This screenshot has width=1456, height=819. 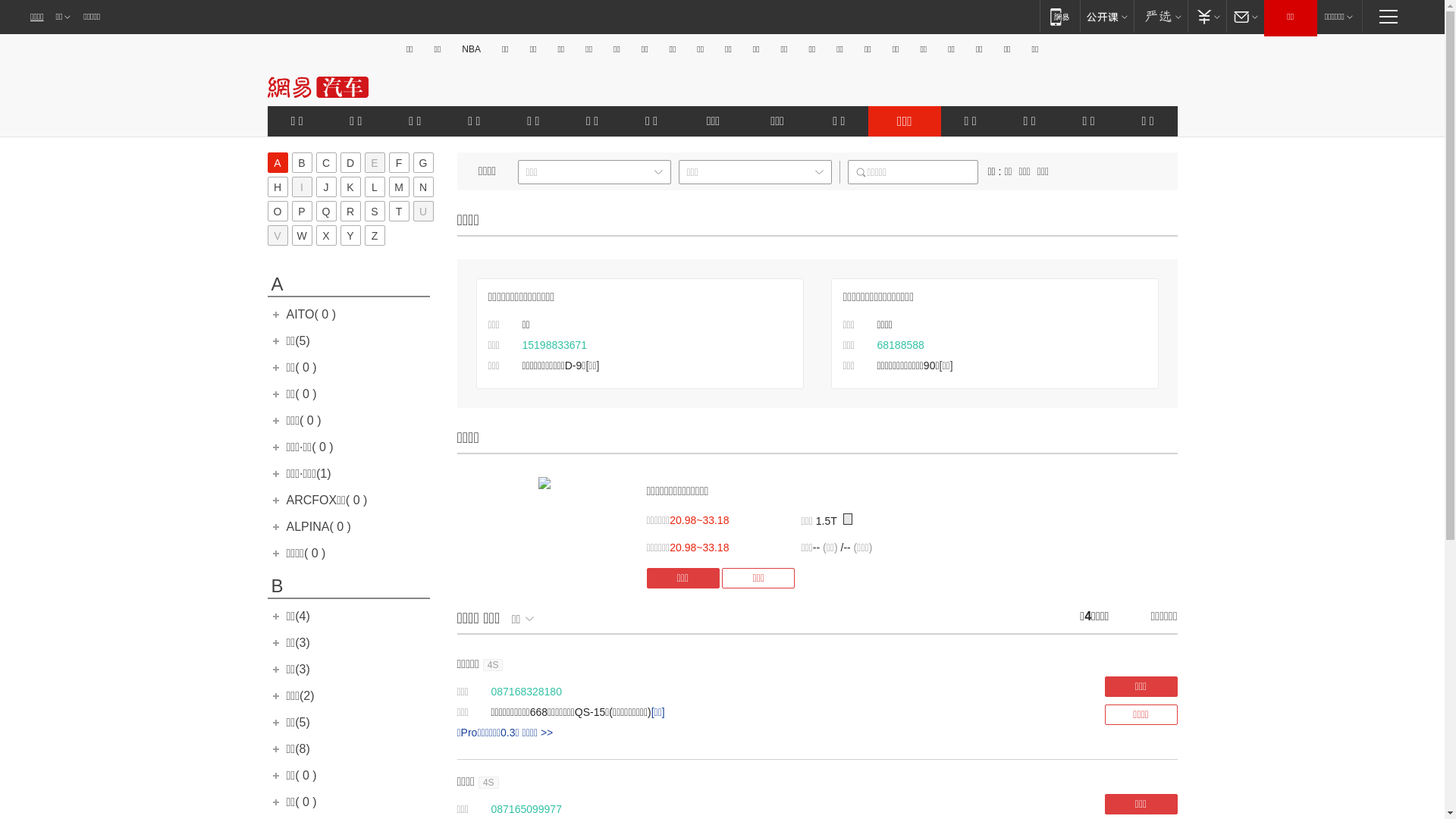 What do you see at coordinates (349, 211) in the screenshot?
I see `'R'` at bounding box center [349, 211].